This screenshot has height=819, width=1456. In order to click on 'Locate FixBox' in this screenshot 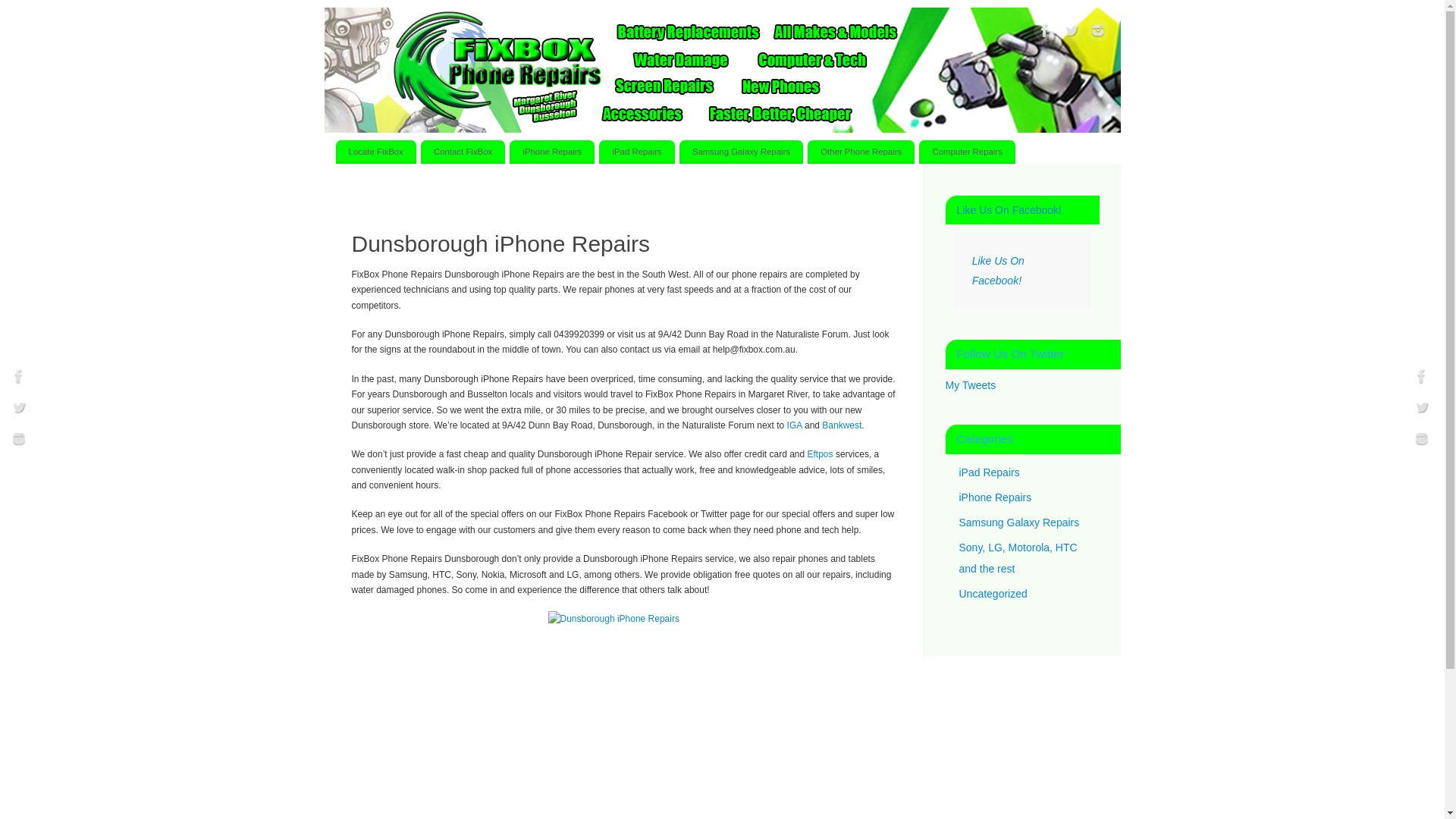, I will do `click(334, 152)`.